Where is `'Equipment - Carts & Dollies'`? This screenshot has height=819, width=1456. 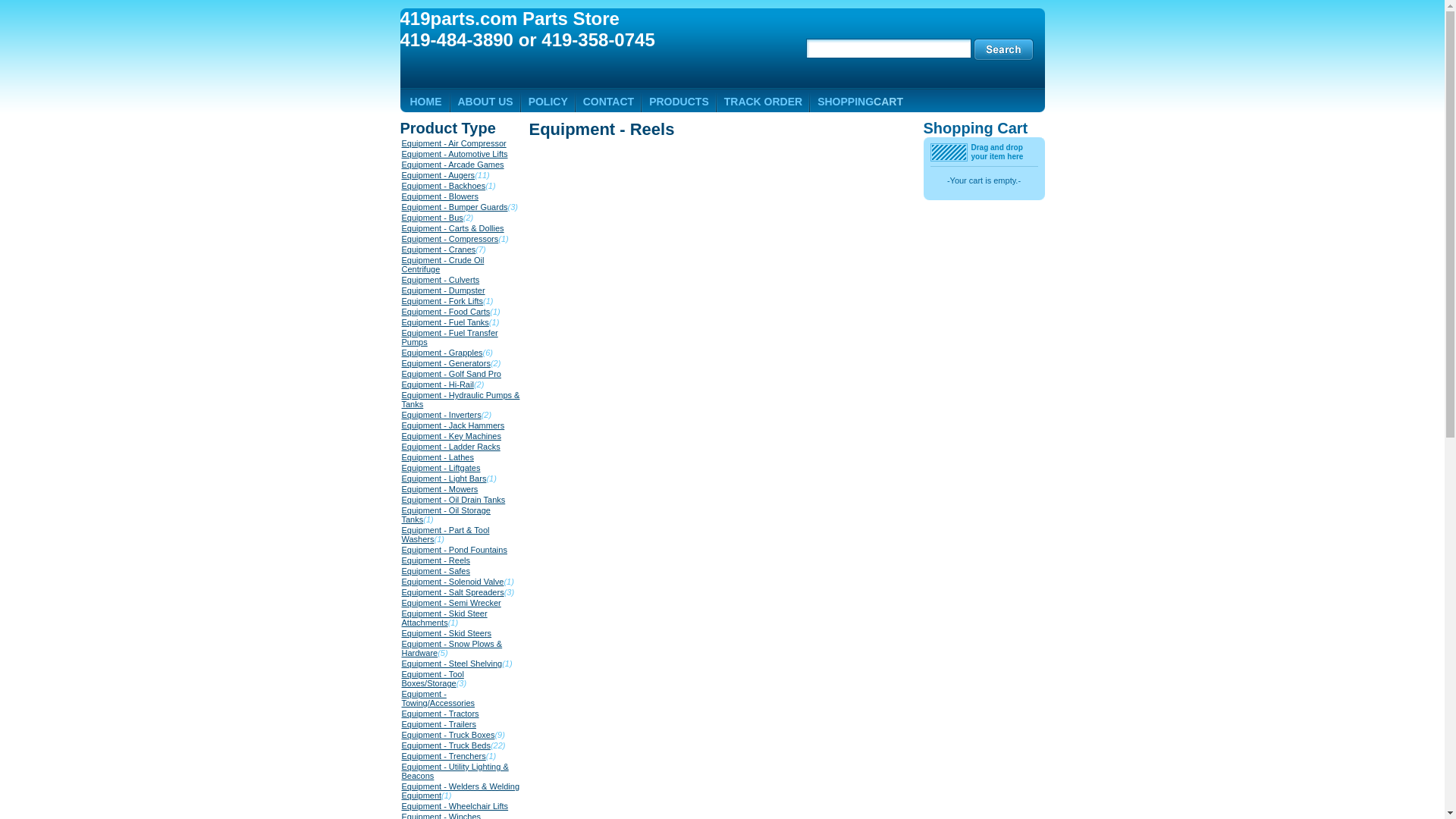
'Equipment - Carts & Dollies' is located at coordinates (452, 227).